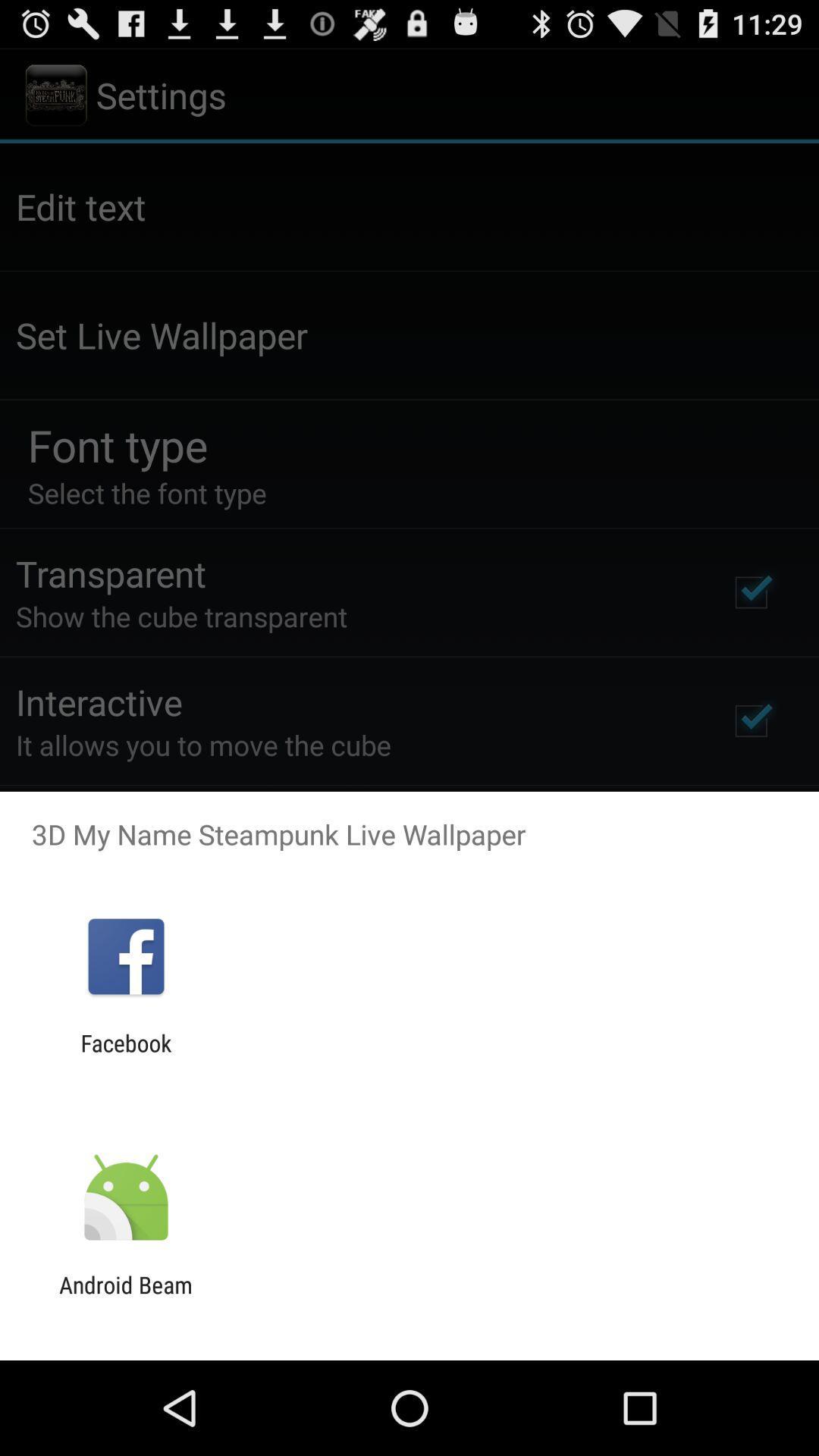 Image resolution: width=819 pixels, height=1456 pixels. Describe the element at coordinates (125, 1298) in the screenshot. I see `android beam app` at that location.